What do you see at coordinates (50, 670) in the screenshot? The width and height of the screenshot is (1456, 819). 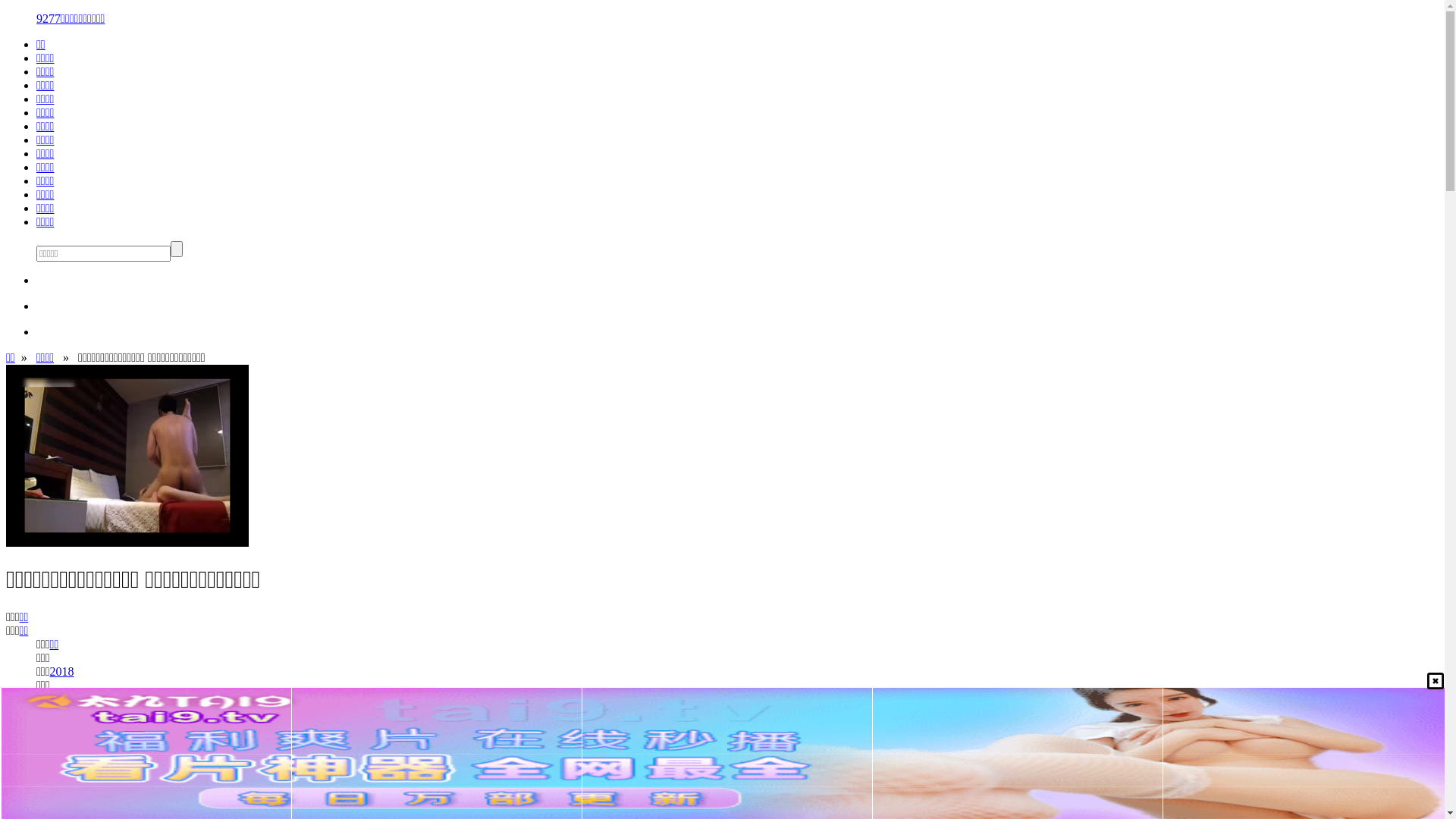 I see `'2018'` at bounding box center [50, 670].